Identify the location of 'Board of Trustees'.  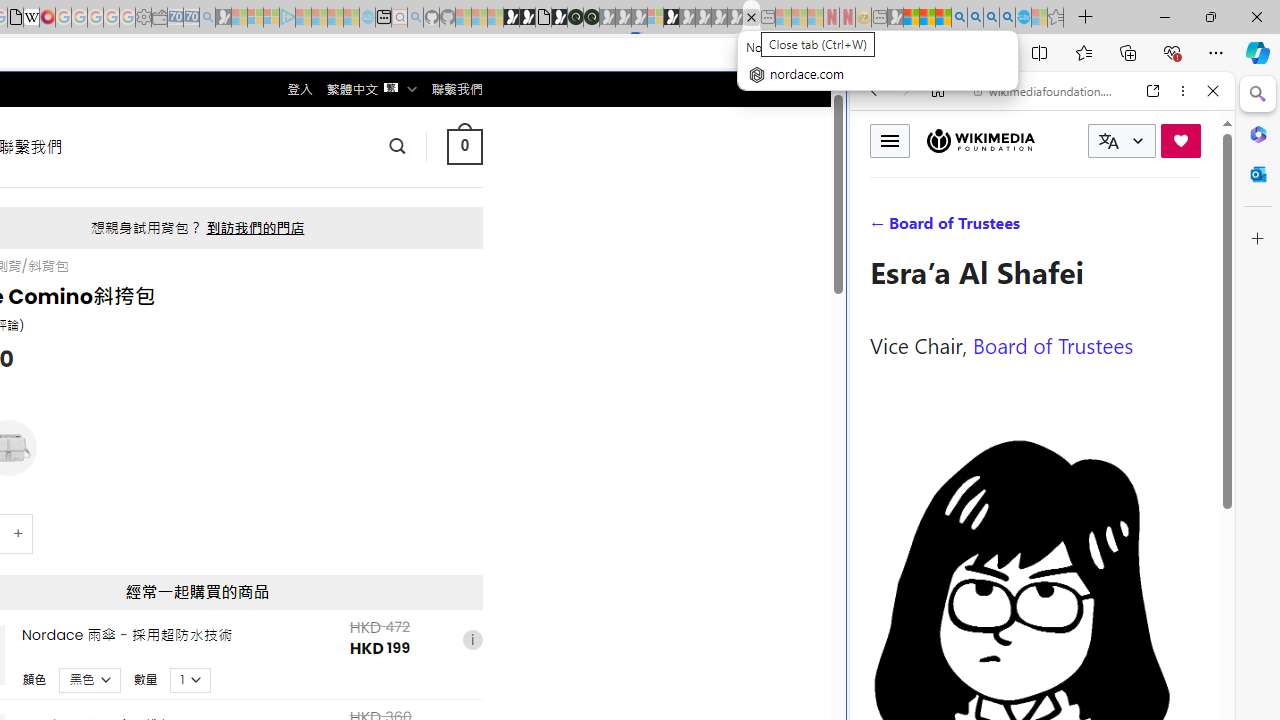
(1052, 343).